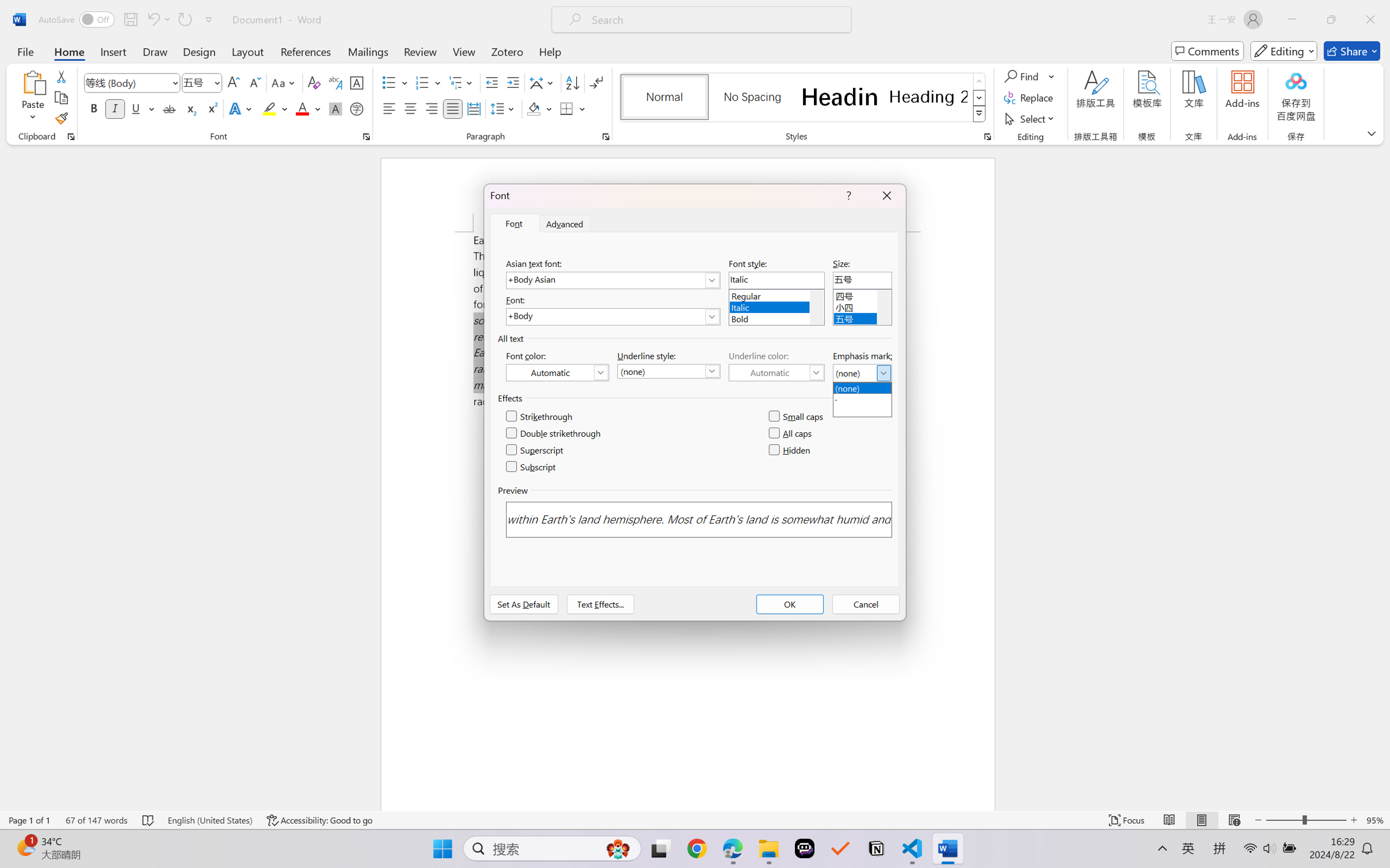 This screenshot has width=1390, height=868. Describe the element at coordinates (473, 108) in the screenshot. I see `'Distributed'` at that location.